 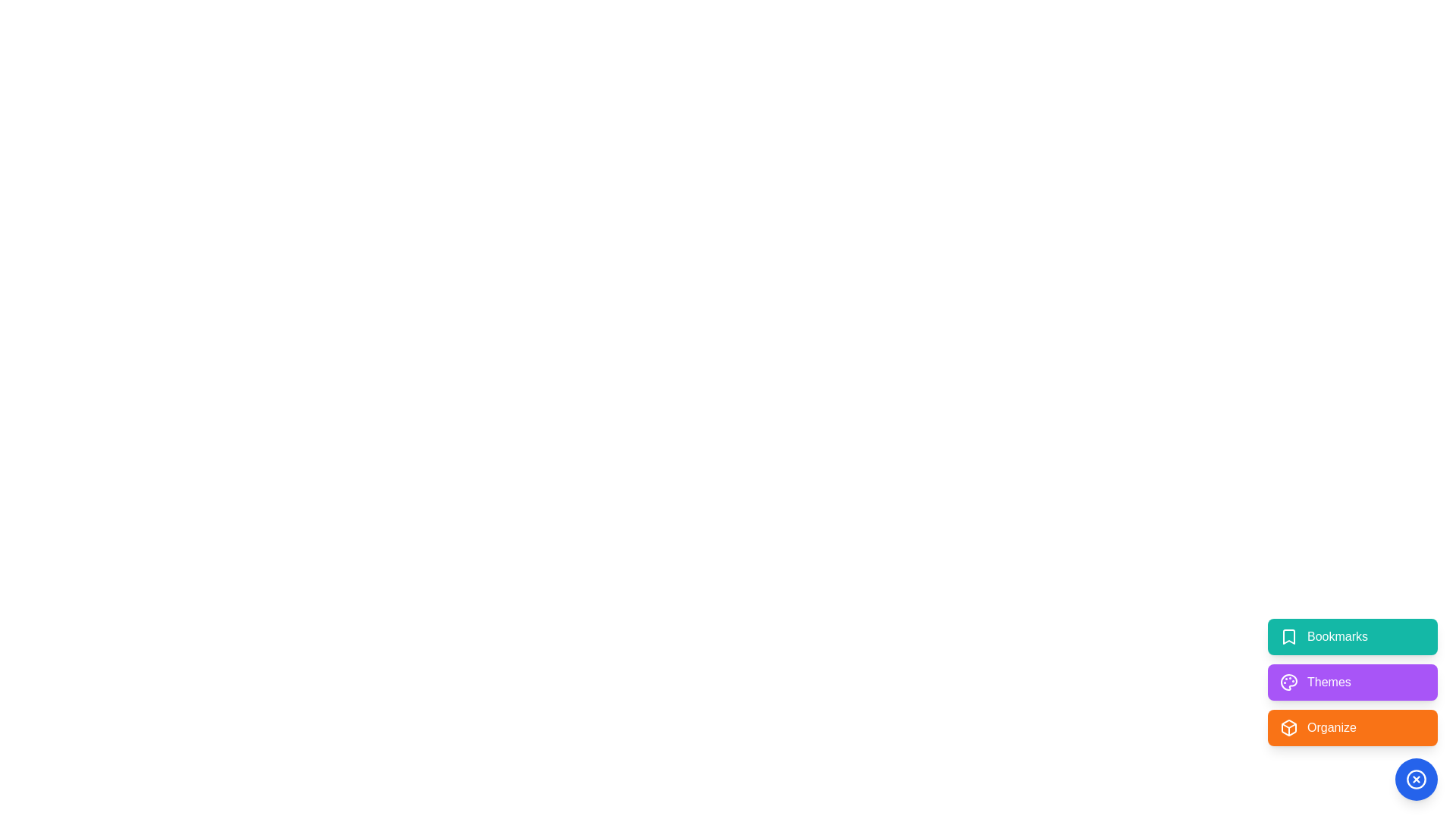 I want to click on the 'Organize' button, so click(x=1353, y=727).